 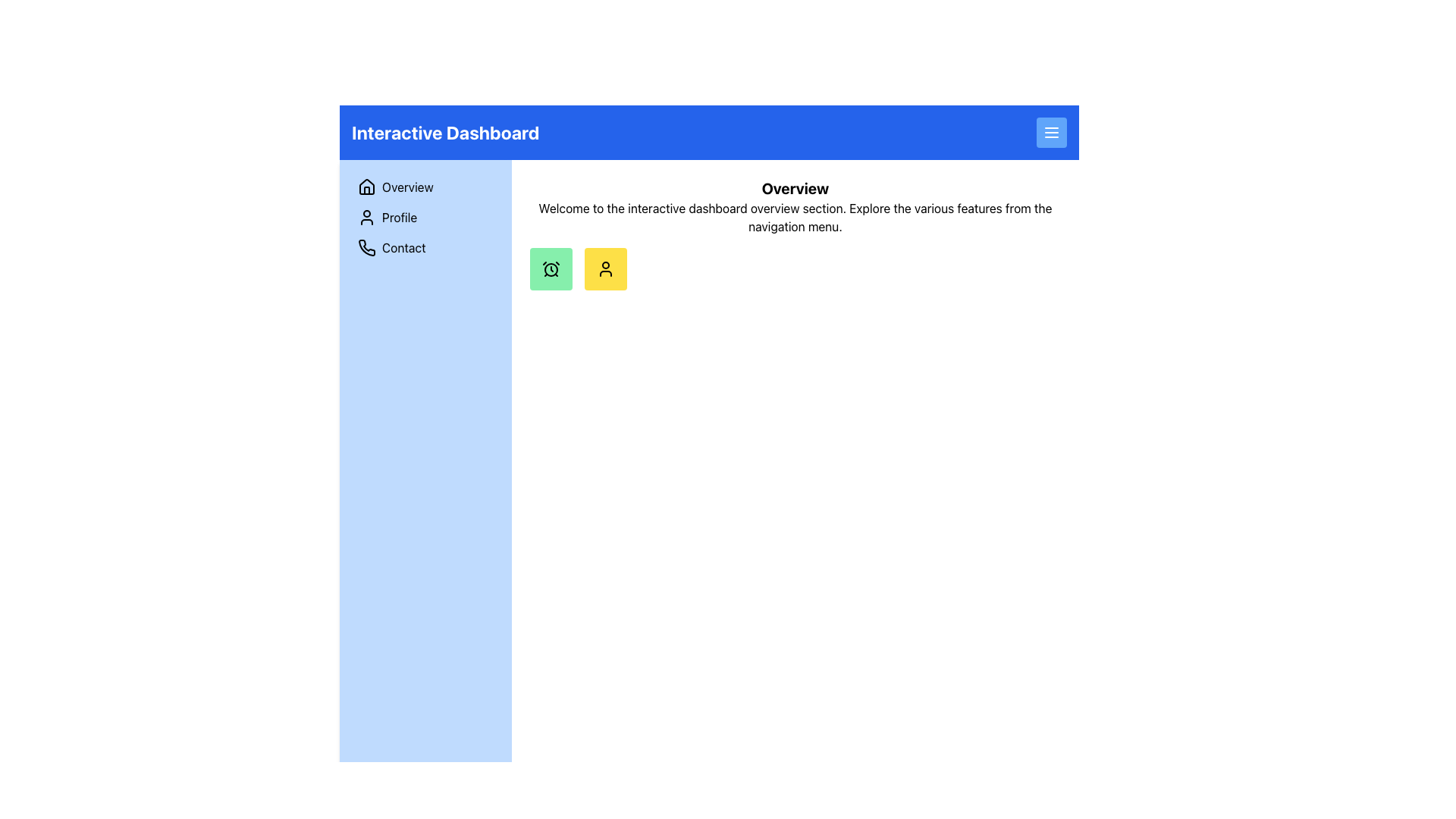 What do you see at coordinates (403, 247) in the screenshot?
I see `the 'Contact' label, which is styled in black font on a light blue background and is part of the navigation menu` at bounding box center [403, 247].